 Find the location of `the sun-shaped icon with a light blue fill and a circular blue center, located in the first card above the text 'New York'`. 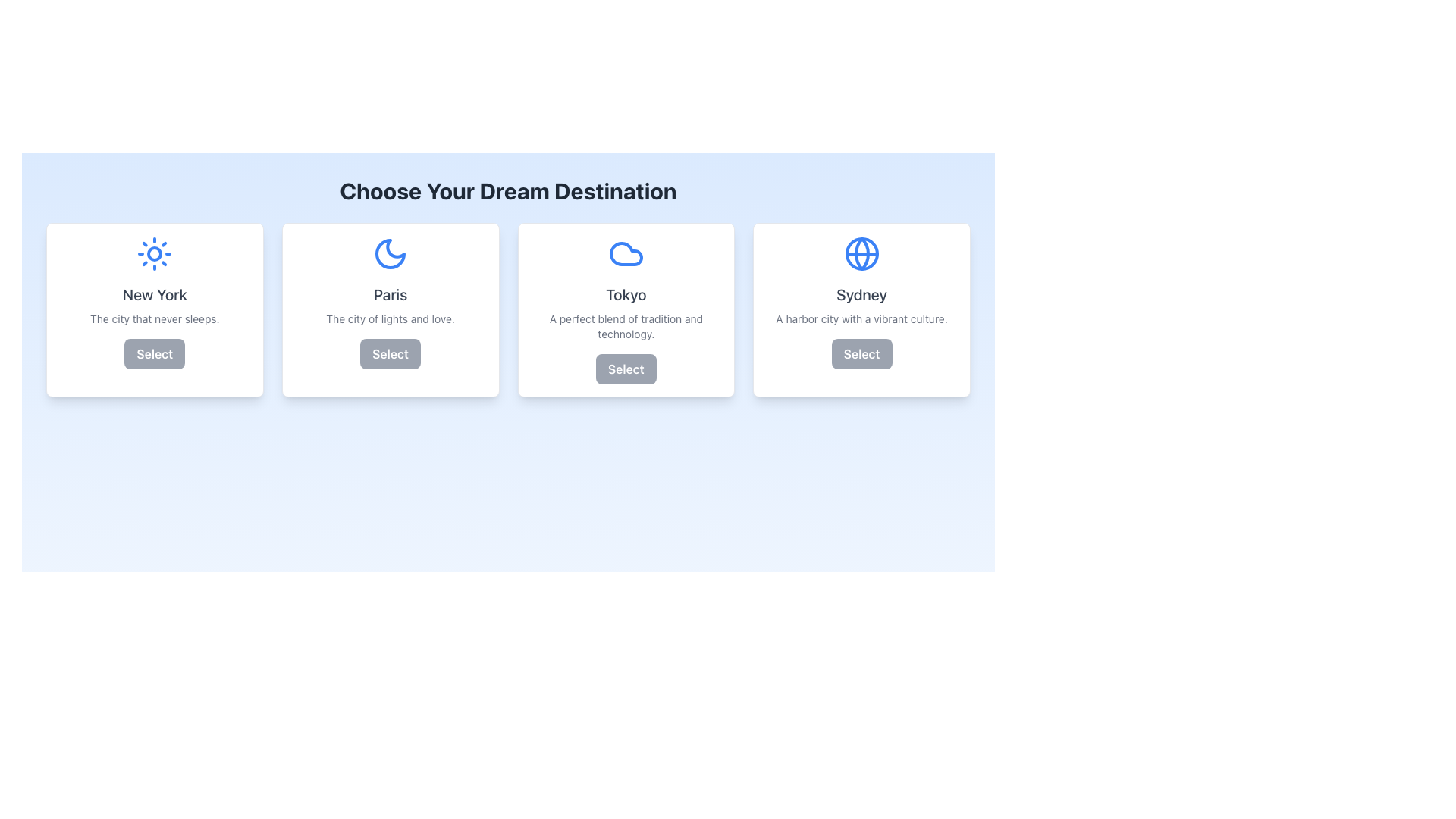

the sun-shaped icon with a light blue fill and a circular blue center, located in the first card above the text 'New York' is located at coordinates (155, 253).